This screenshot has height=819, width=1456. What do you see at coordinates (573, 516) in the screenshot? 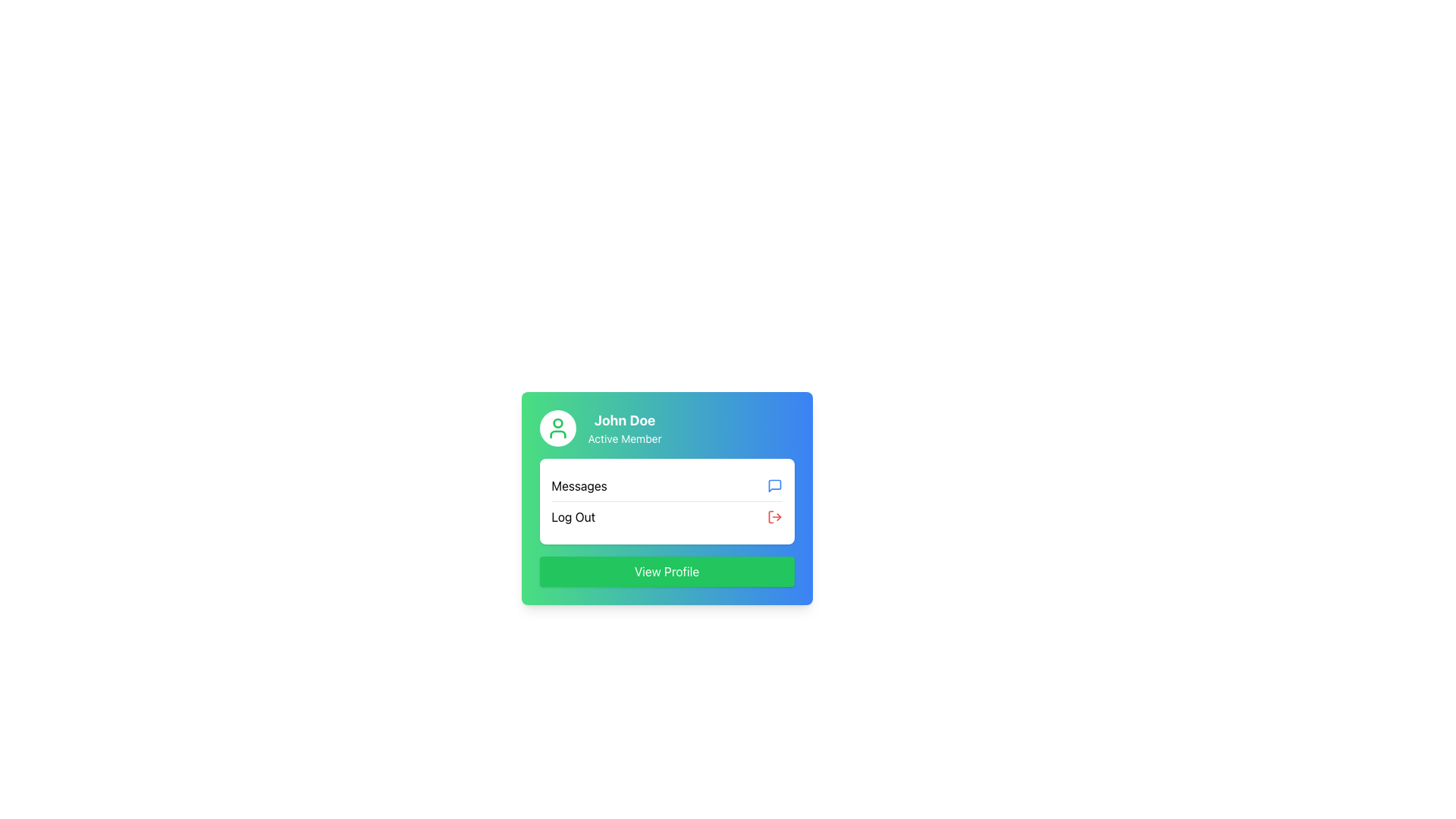
I see `the 'Log Out' text label, which is displayed in black font and positioned within a card interface under the 'Messages' label` at bounding box center [573, 516].